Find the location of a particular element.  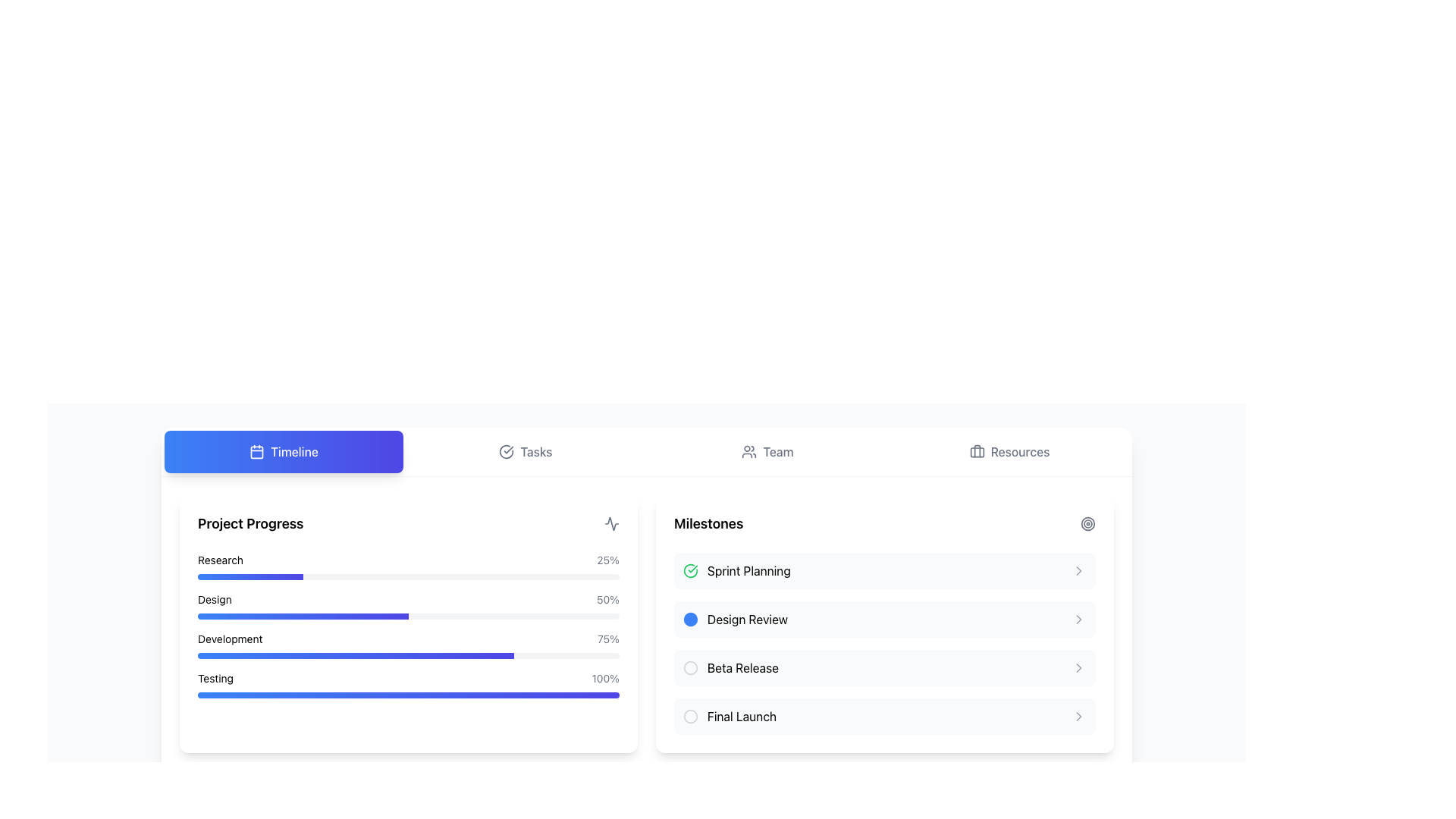

the text label that displays 'Testing', located above the progress bar indicating '100%' is located at coordinates (215, 677).